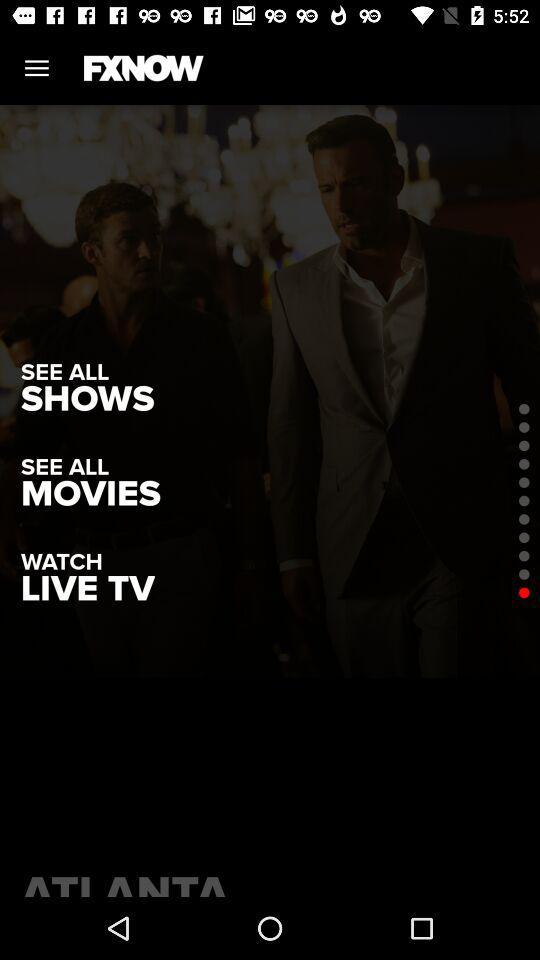 The width and height of the screenshot is (540, 960). Describe the element at coordinates (270, 880) in the screenshot. I see `atlanta  item` at that location.